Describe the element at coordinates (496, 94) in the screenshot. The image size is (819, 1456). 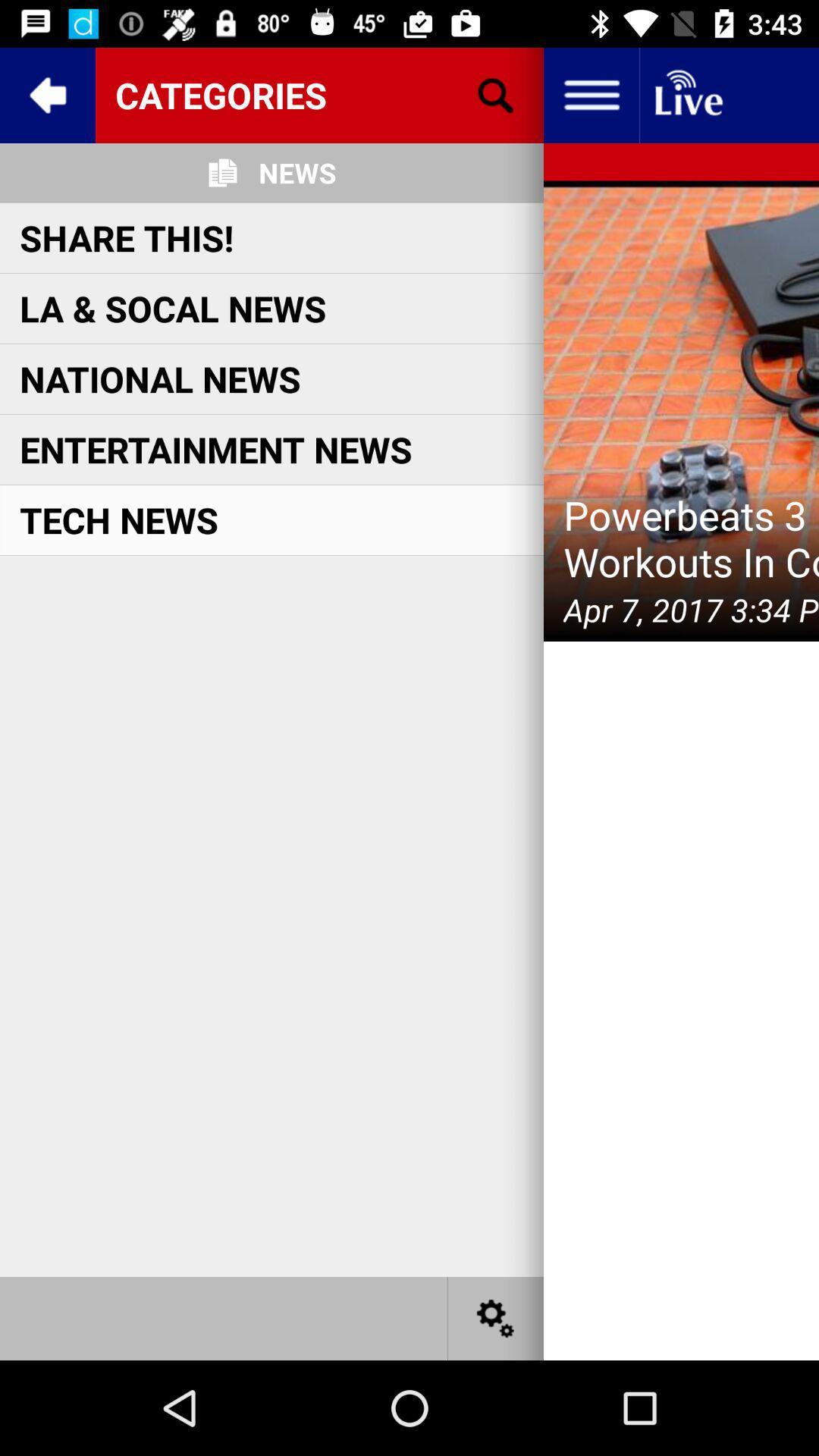
I see `icon to the right of the news item` at that location.